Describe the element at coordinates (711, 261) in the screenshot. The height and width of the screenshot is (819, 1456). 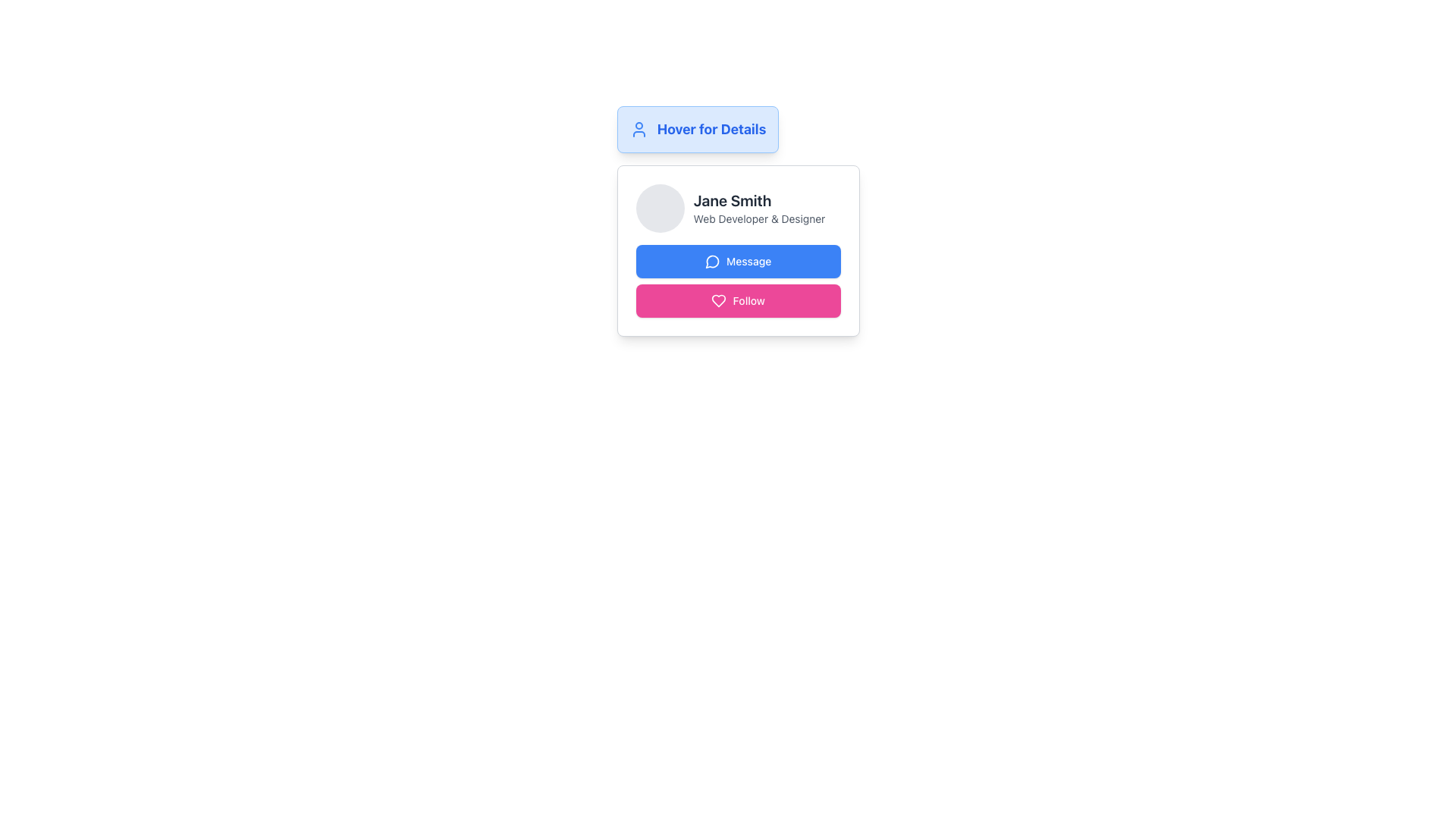
I see `the comment or speech bubble icon located within the blue 'Message' button in the user profile card interface` at that location.